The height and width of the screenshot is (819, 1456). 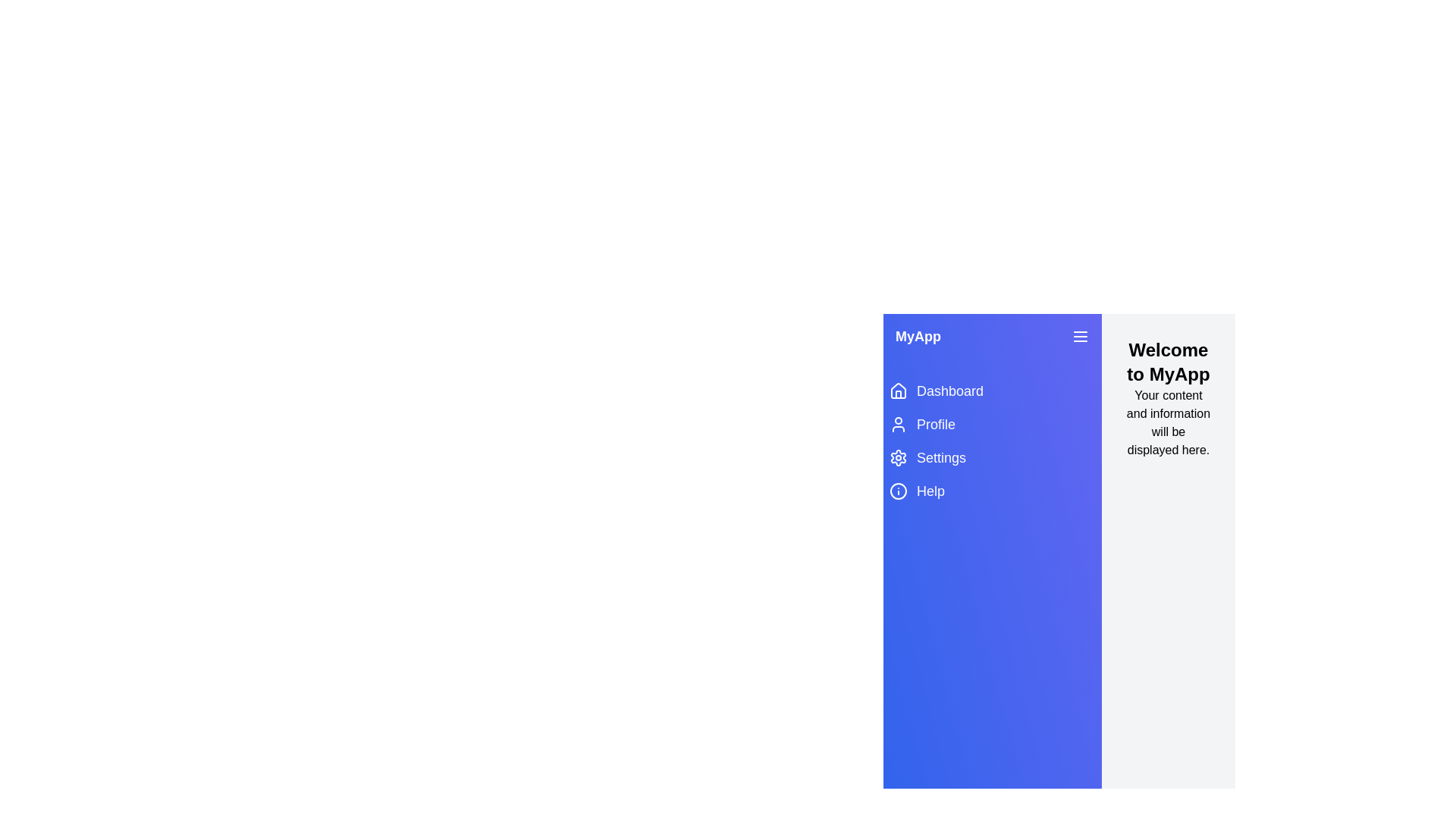 I want to click on the 'Help' menu item in the drawer, so click(x=993, y=491).